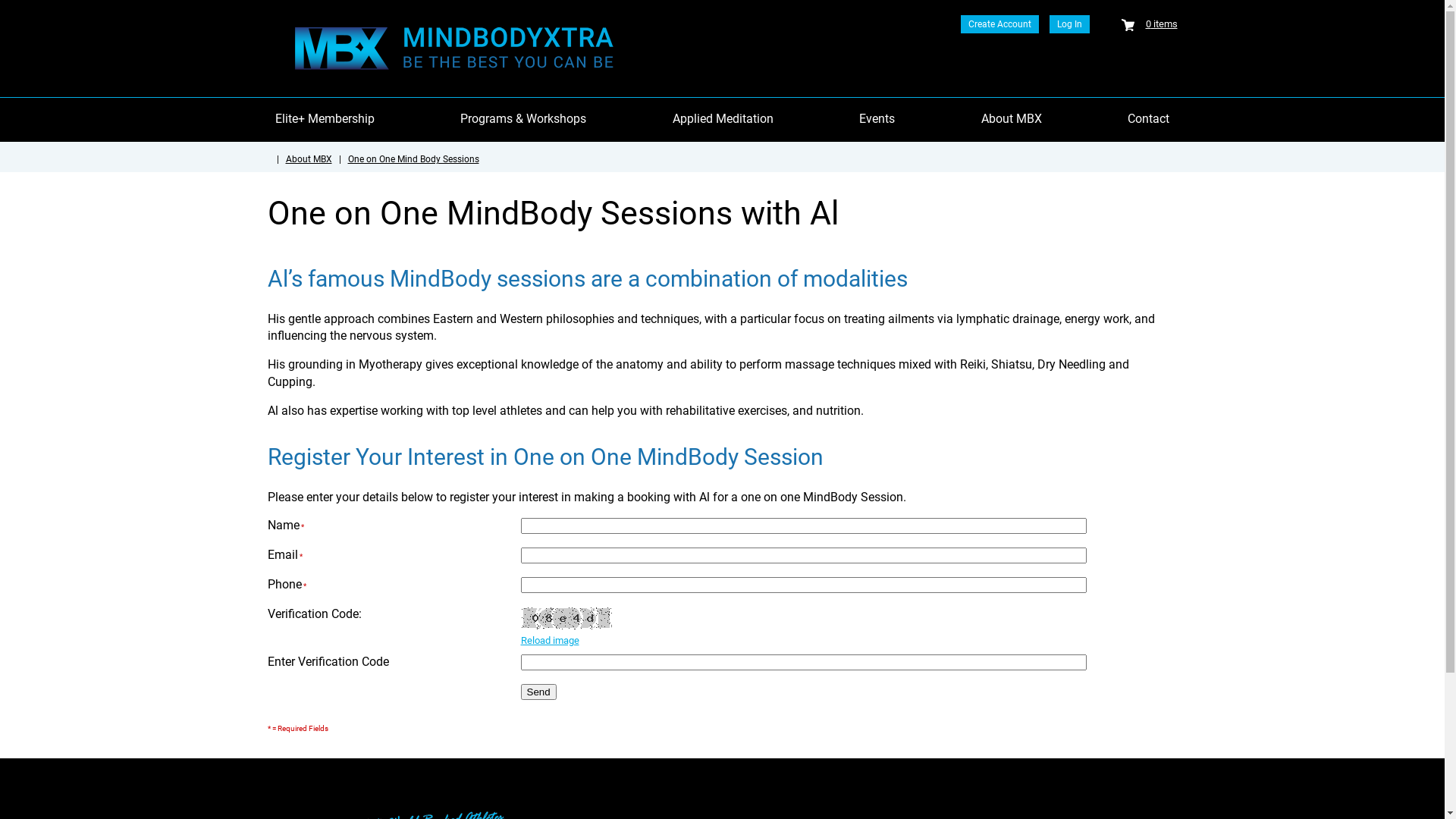  What do you see at coordinates (1068, 24) in the screenshot?
I see `'Log In'` at bounding box center [1068, 24].